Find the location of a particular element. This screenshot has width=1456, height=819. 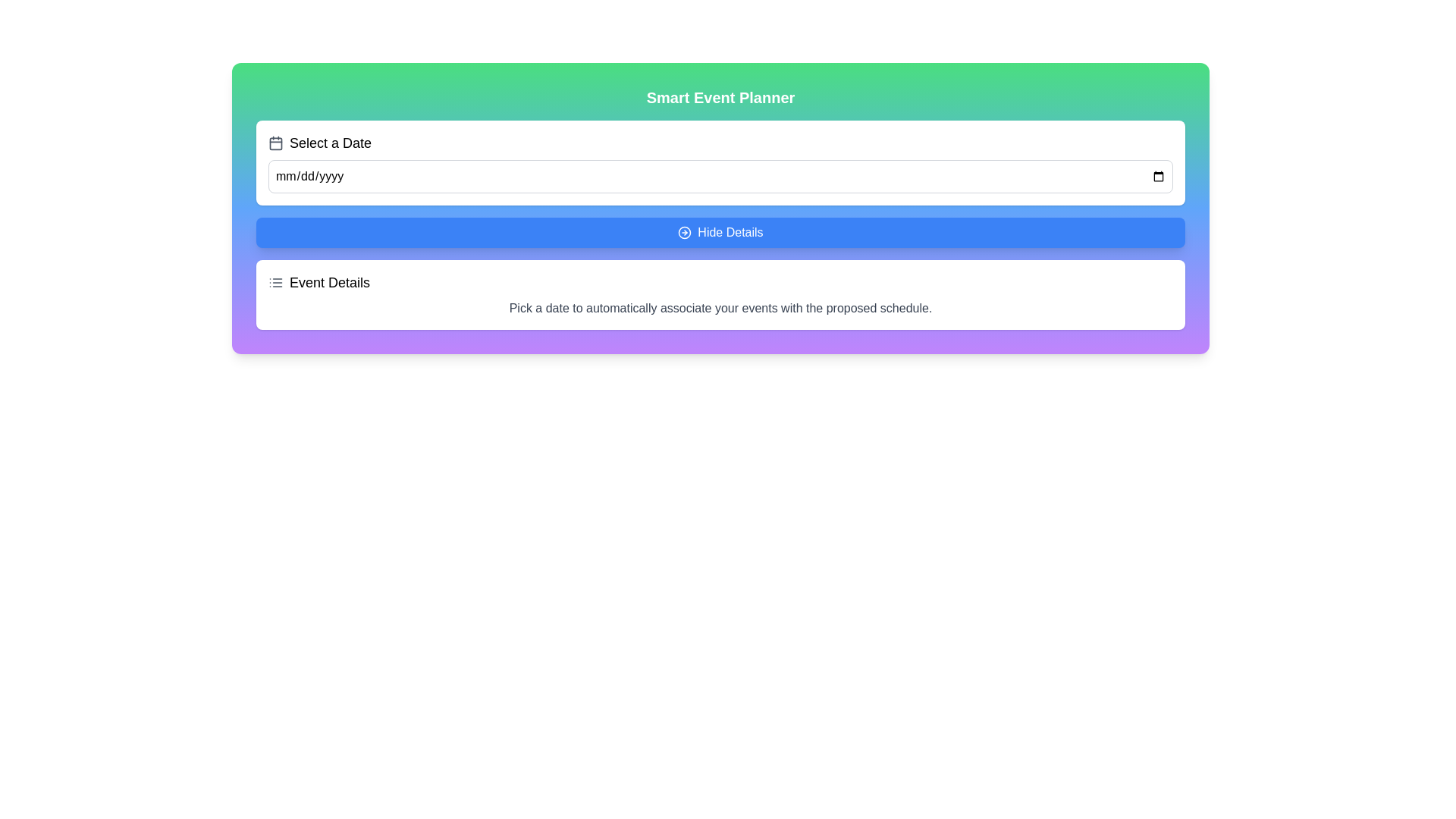

the decorative part of the calendar icon located near the left edge of the 'Select a Date' field is located at coordinates (276, 143).